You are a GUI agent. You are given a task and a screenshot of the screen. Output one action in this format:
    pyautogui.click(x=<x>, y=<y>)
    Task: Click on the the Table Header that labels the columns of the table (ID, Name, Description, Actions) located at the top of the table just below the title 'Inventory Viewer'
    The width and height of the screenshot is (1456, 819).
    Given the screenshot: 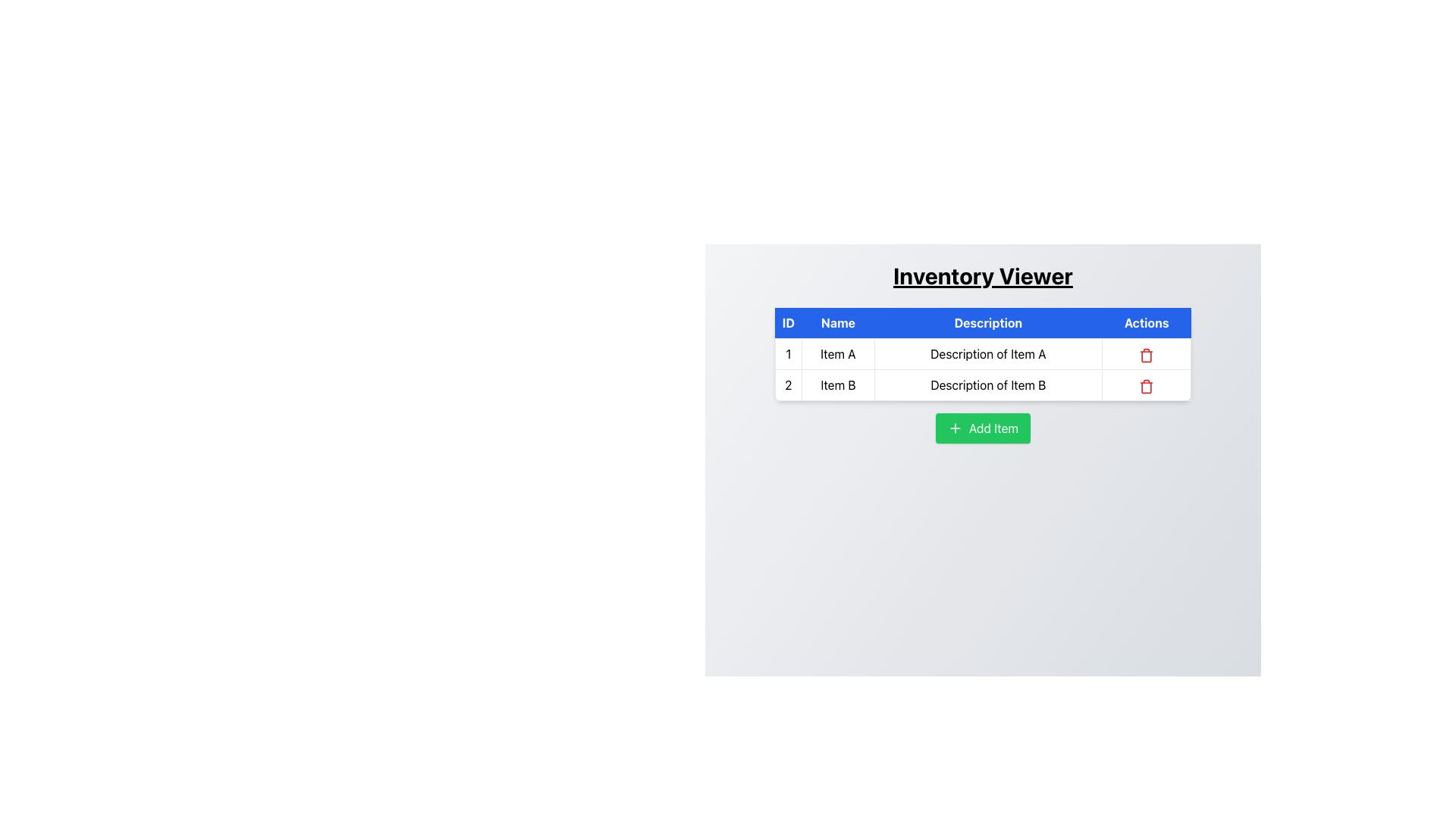 What is the action you would take?
    pyautogui.click(x=983, y=322)
    